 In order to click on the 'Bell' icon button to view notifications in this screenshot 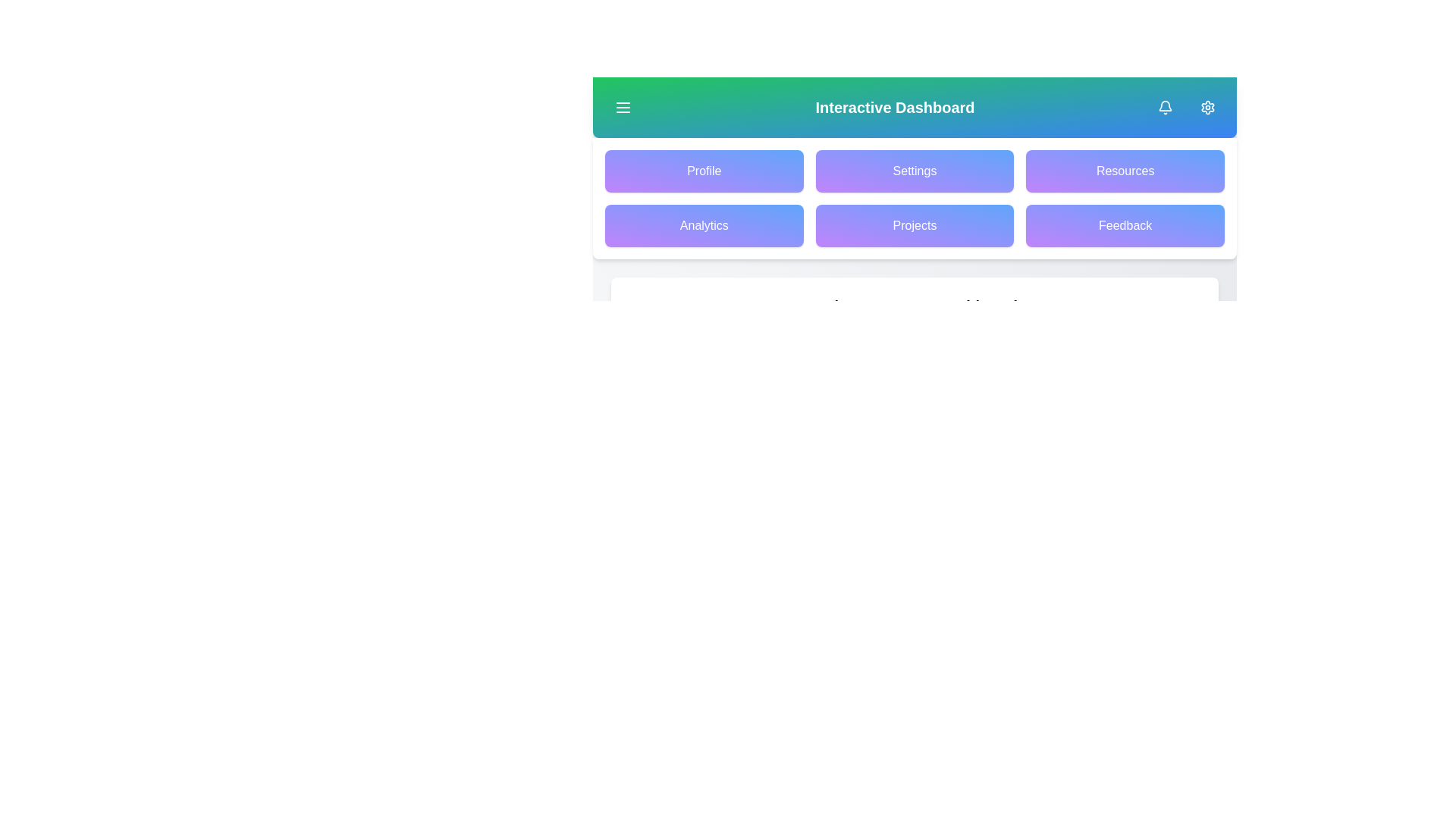, I will do `click(1164, 107)`.